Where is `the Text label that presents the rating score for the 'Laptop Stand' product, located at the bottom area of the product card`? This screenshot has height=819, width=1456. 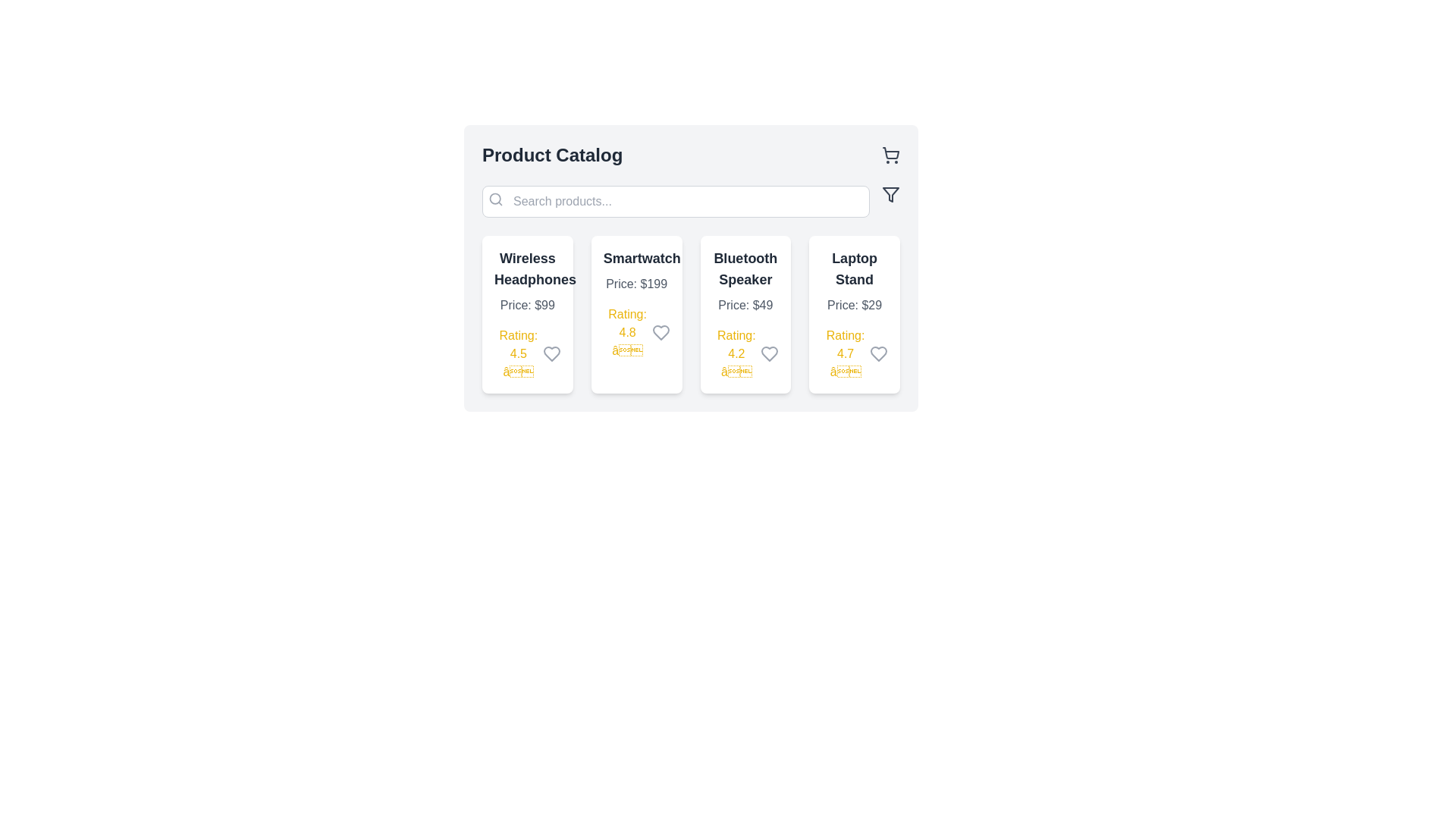 the Text label that presents the rating score for the 'Laptop Stand' product, located at the bottom area of the product card is located at coordinates (845, 353).